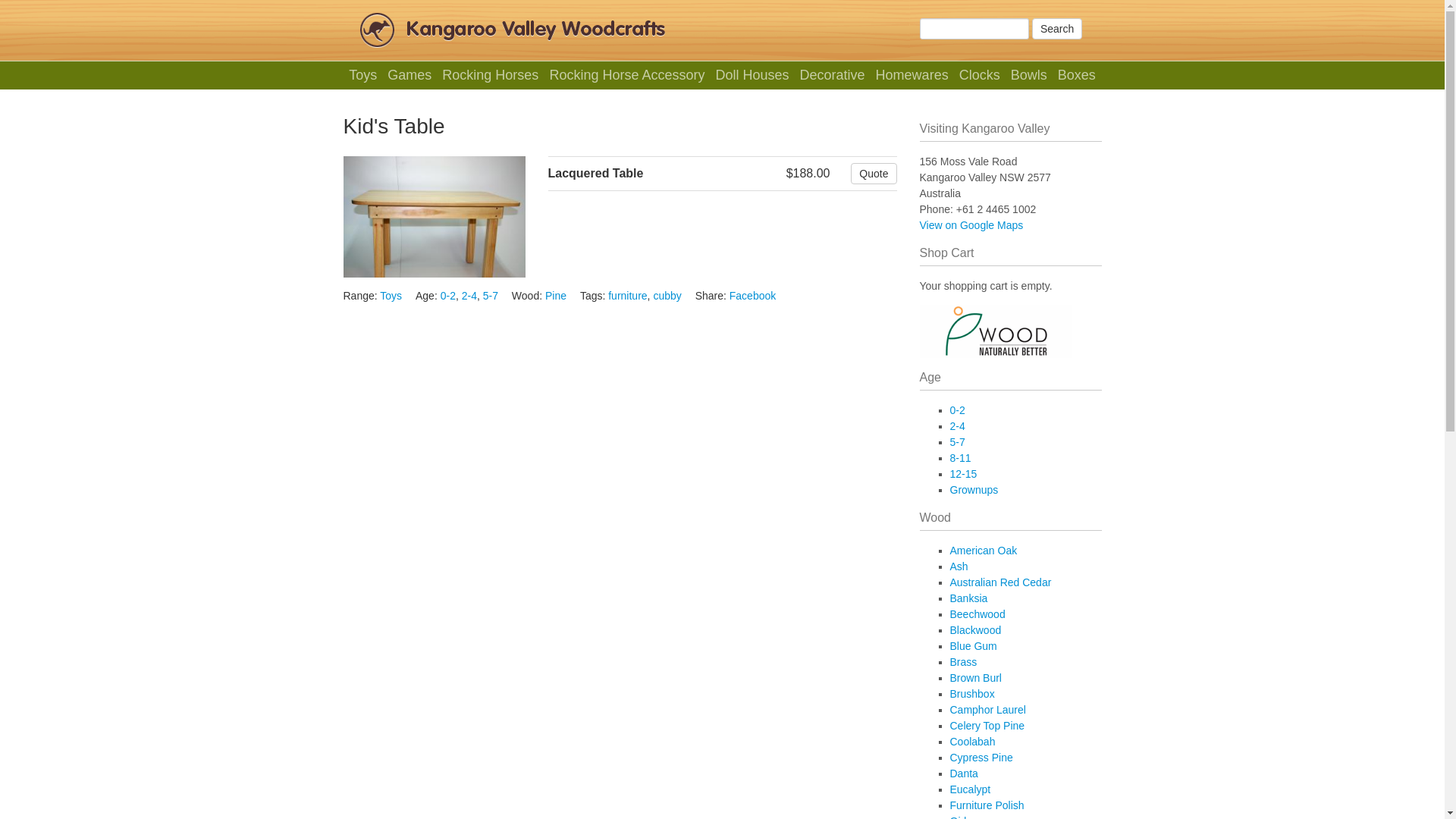 Image resolution: width=1456 pixels, height=819 pixels. I want to click on 'Grownups', so click(973, 489).